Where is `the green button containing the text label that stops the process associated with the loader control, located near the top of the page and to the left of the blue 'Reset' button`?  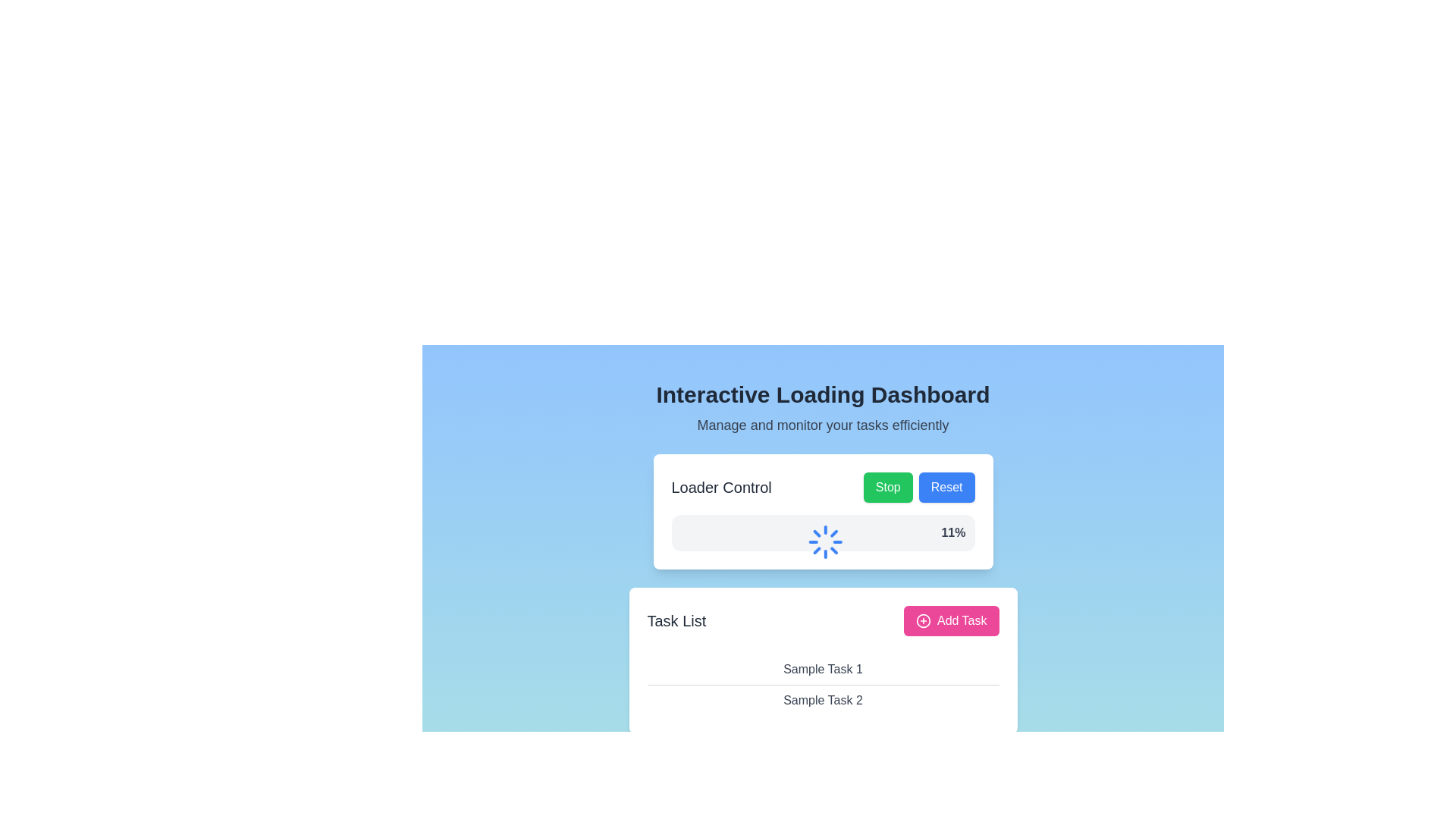
the green button containing the text label that stops the process associated with the loader control, located near the top of the page and to the left of the blue 'Reset' button is located at coordinates (888, 487).